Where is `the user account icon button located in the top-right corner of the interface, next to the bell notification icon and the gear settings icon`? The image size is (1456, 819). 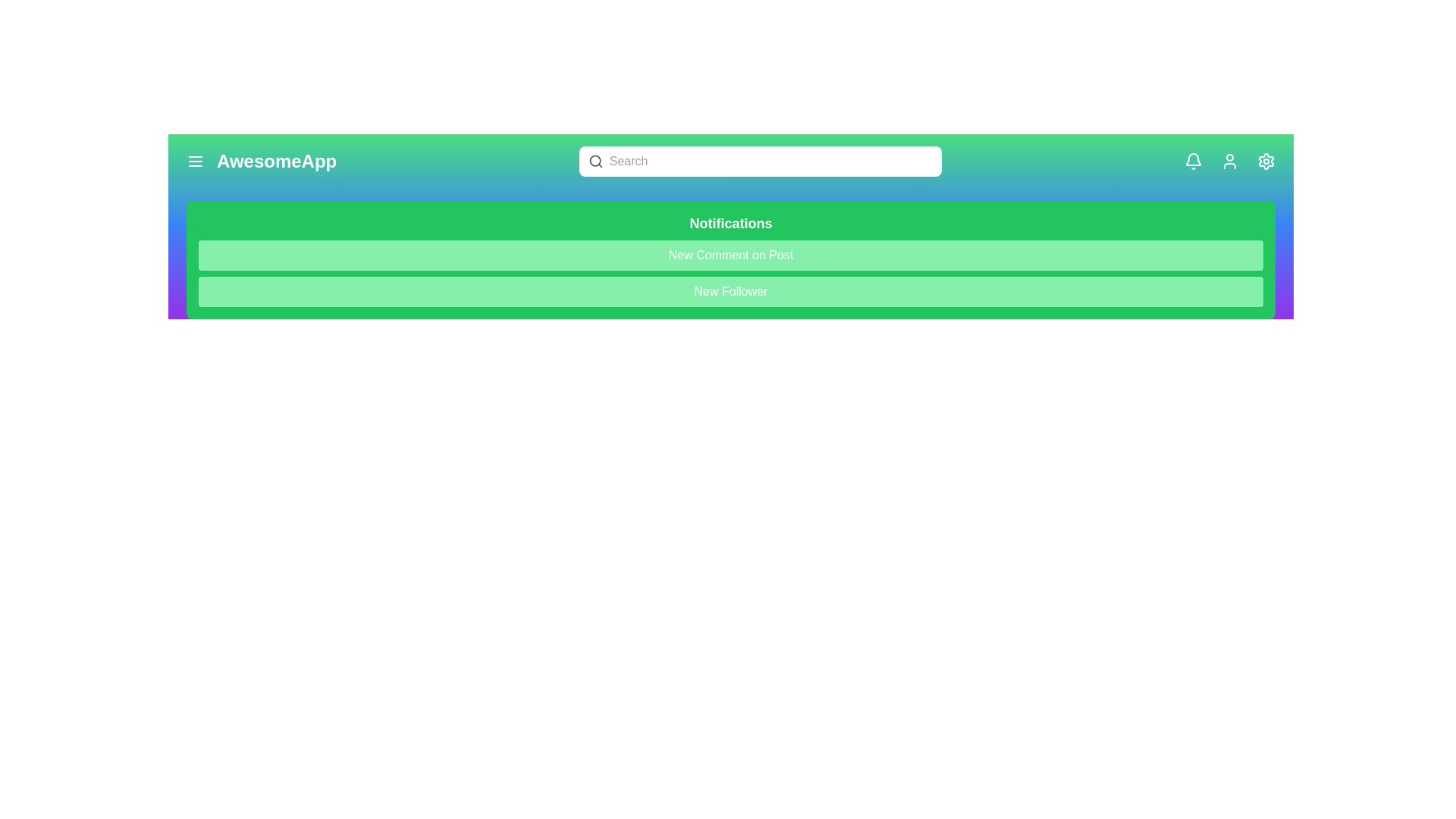 the user account icon button located in the top-right corner of the interface, next to the bell notification icon and the gear settings icon is located at coordinates (1230, 161).